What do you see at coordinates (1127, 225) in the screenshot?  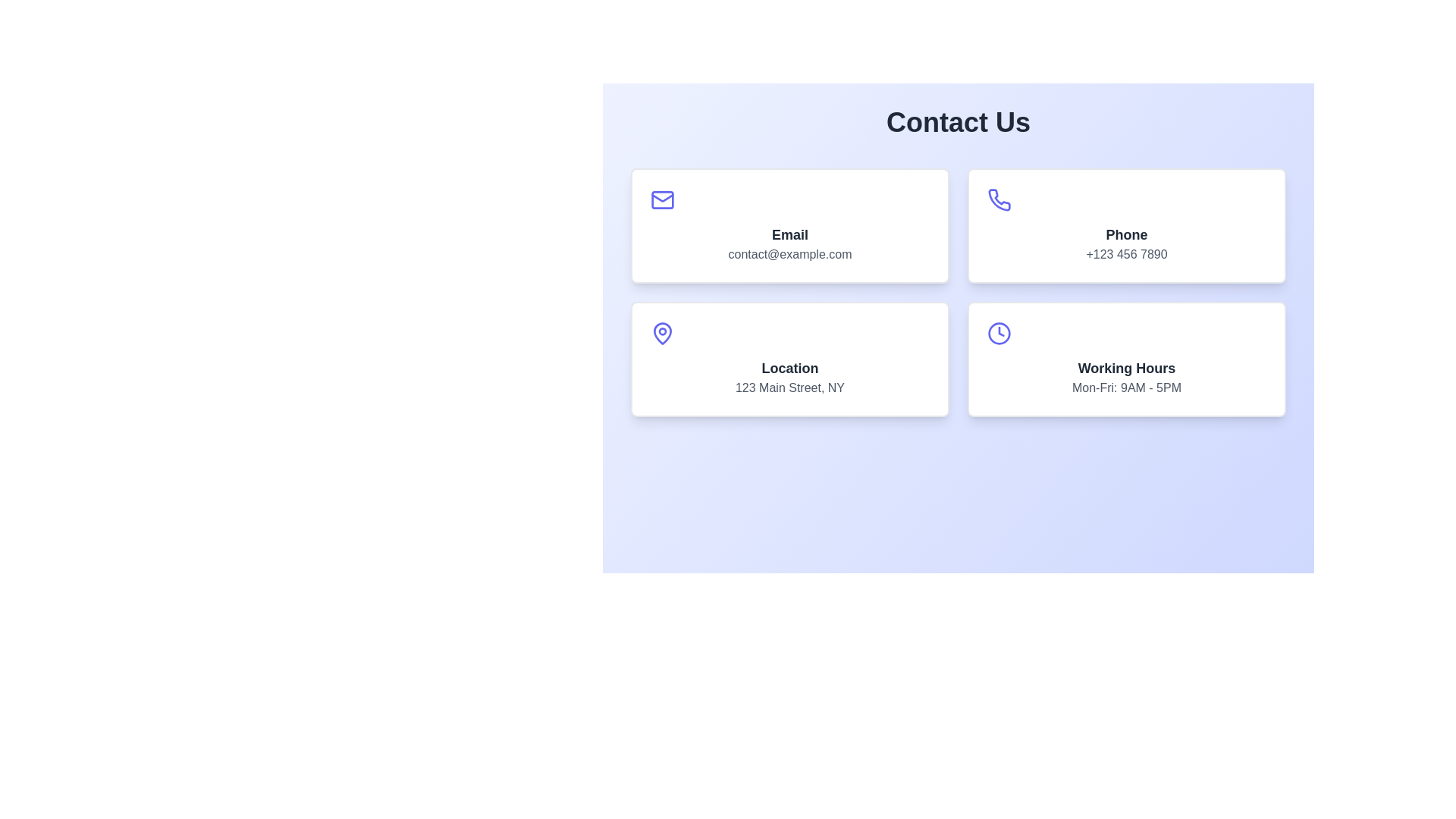 I see `contact phone number displayed on the phone card, which is the second item in the grid of contact information cards, featuring a phone icon and the phone number '+123 456 7890'` at bounding box center [1127, 225].